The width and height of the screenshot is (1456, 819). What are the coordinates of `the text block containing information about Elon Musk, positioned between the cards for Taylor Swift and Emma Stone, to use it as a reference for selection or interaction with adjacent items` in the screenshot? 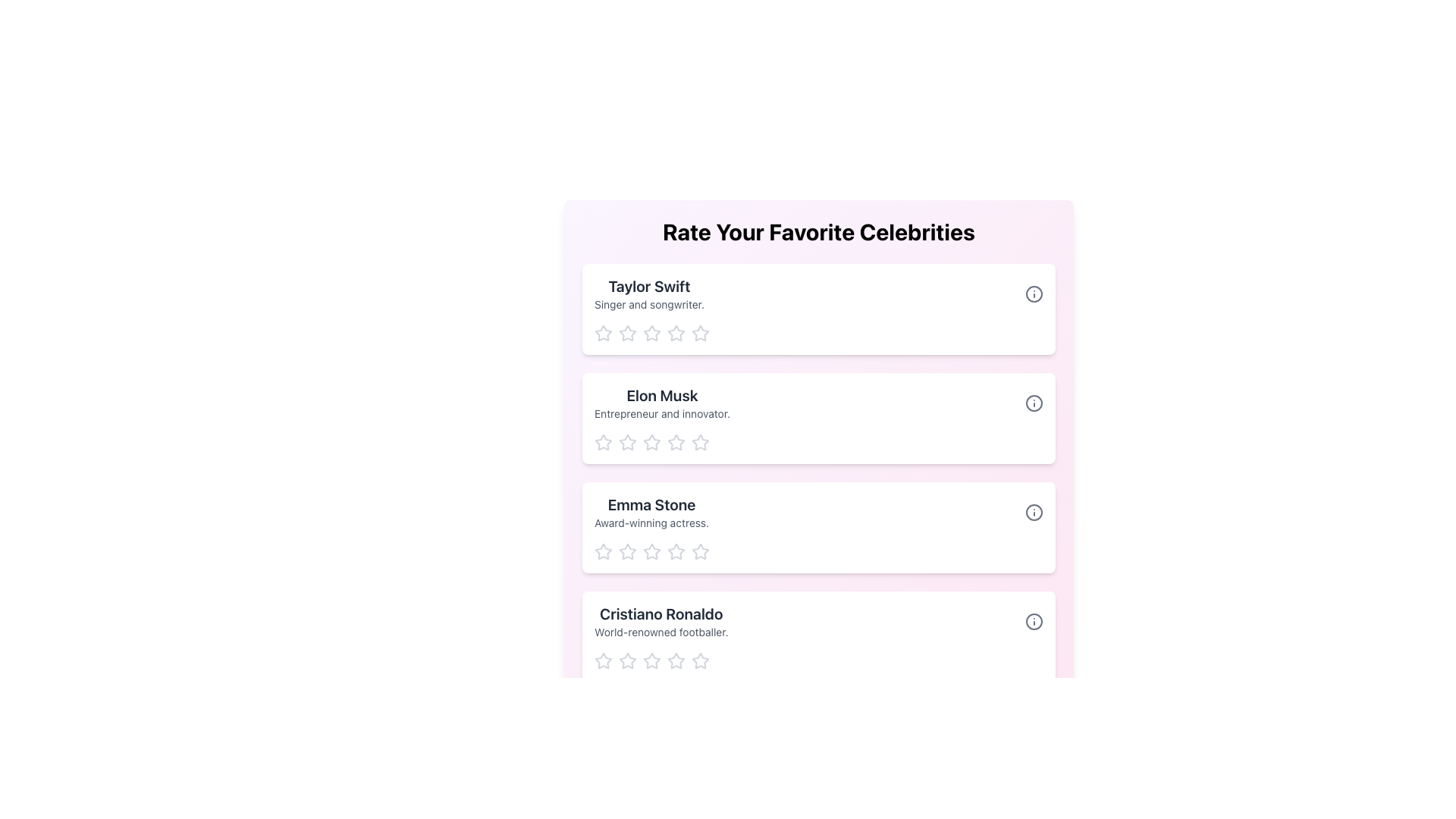 It's located at (662, 403).